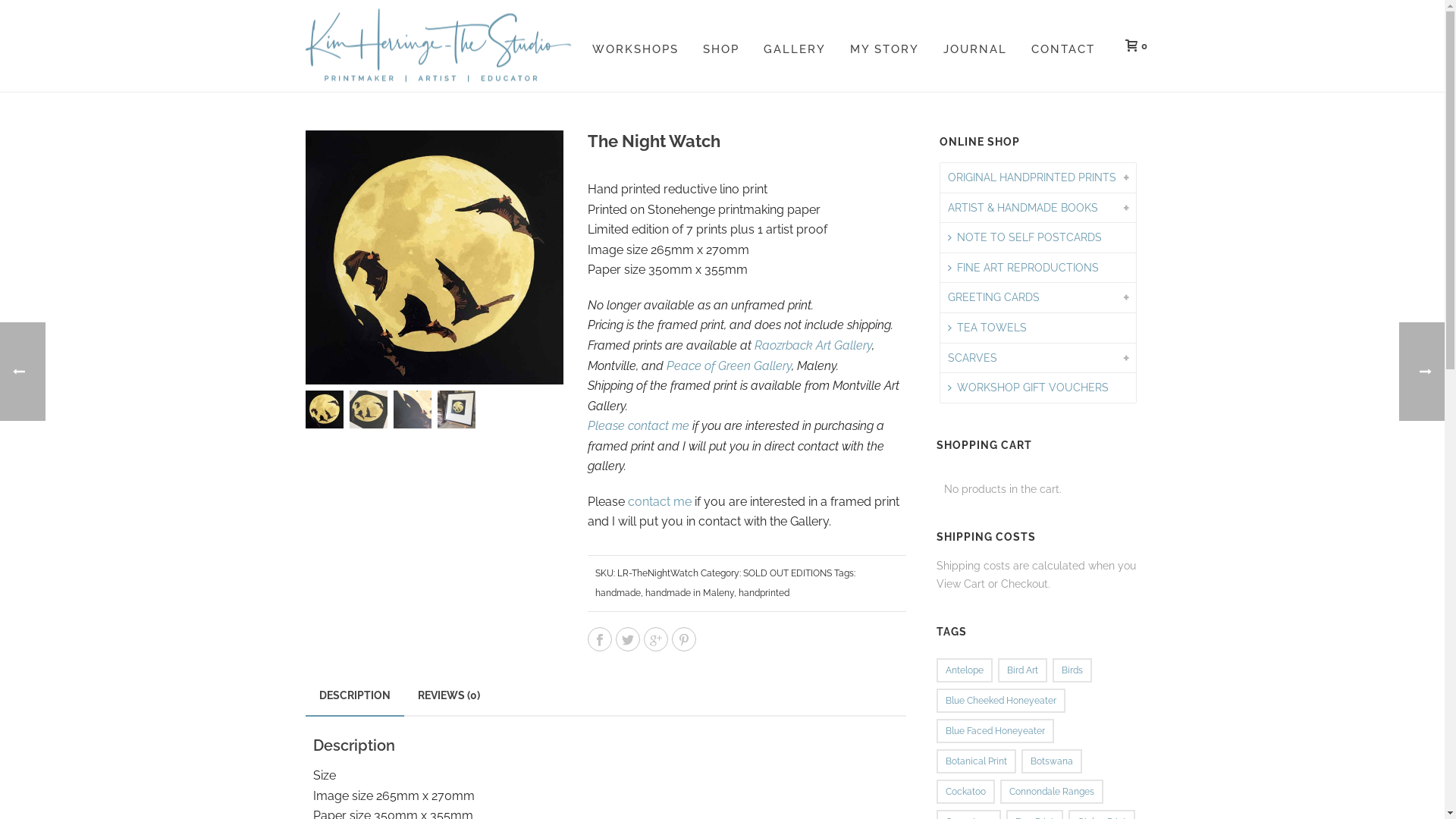 This screenshot has width=1456, height=819. What do you see at coordinates (1062, 45) in the screenshot?
I see `'CONTACT'` at bounding box center [1062, 45].